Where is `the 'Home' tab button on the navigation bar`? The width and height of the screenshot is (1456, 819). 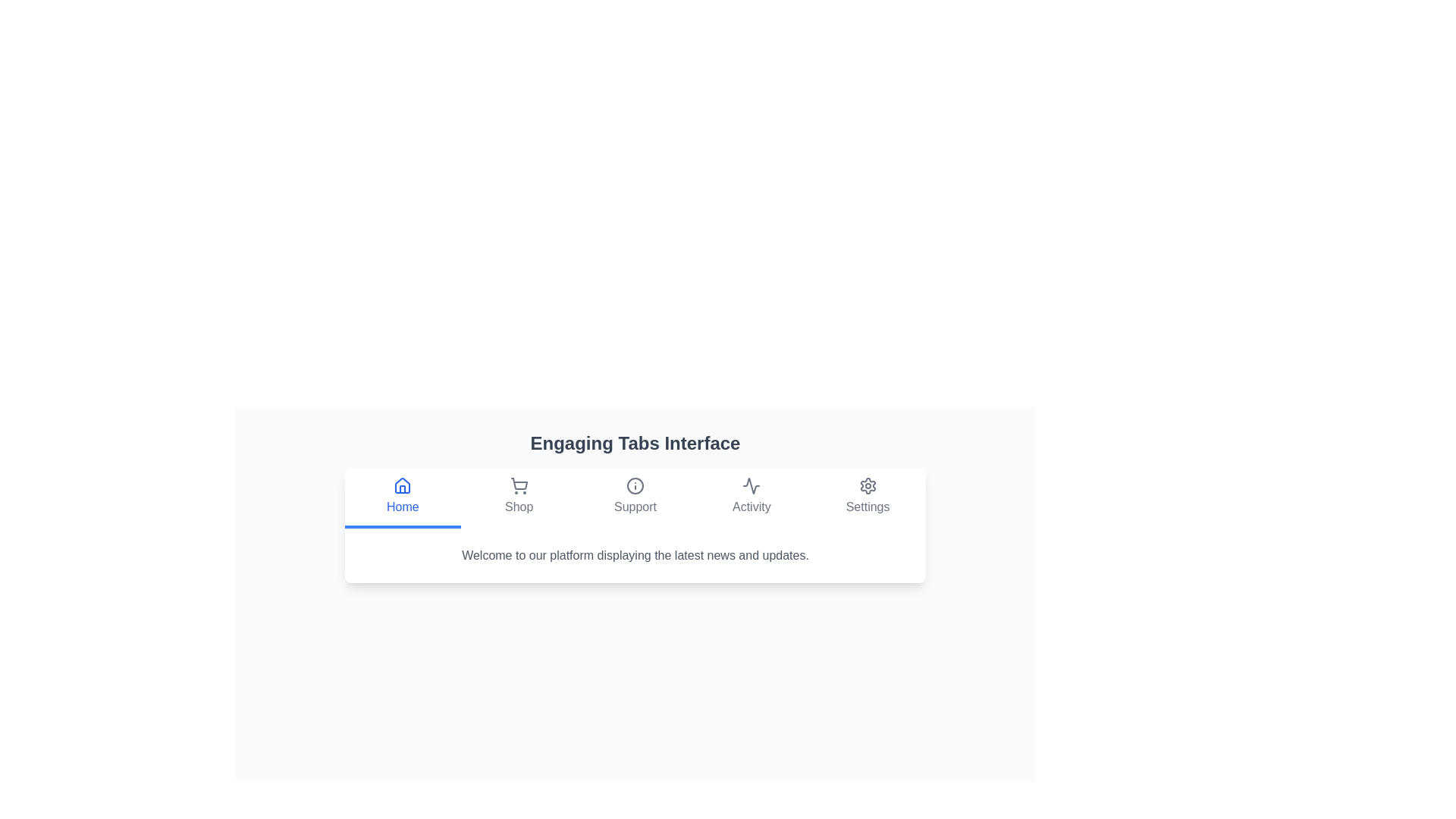 the 'Home' tab button on the navigation bar is located at coordinates (403, 497).